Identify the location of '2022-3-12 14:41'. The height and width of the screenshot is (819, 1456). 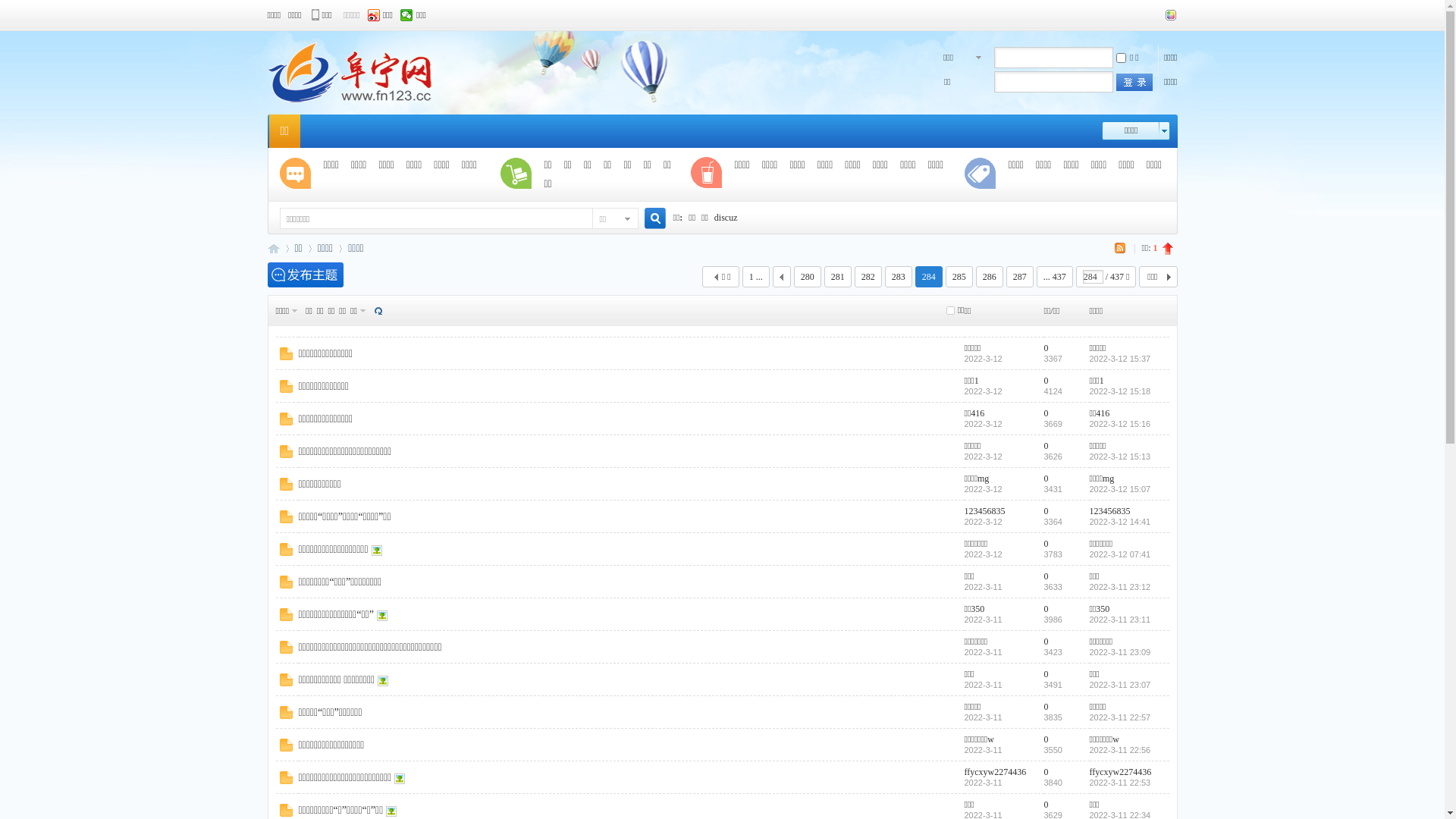
(1119, 520).